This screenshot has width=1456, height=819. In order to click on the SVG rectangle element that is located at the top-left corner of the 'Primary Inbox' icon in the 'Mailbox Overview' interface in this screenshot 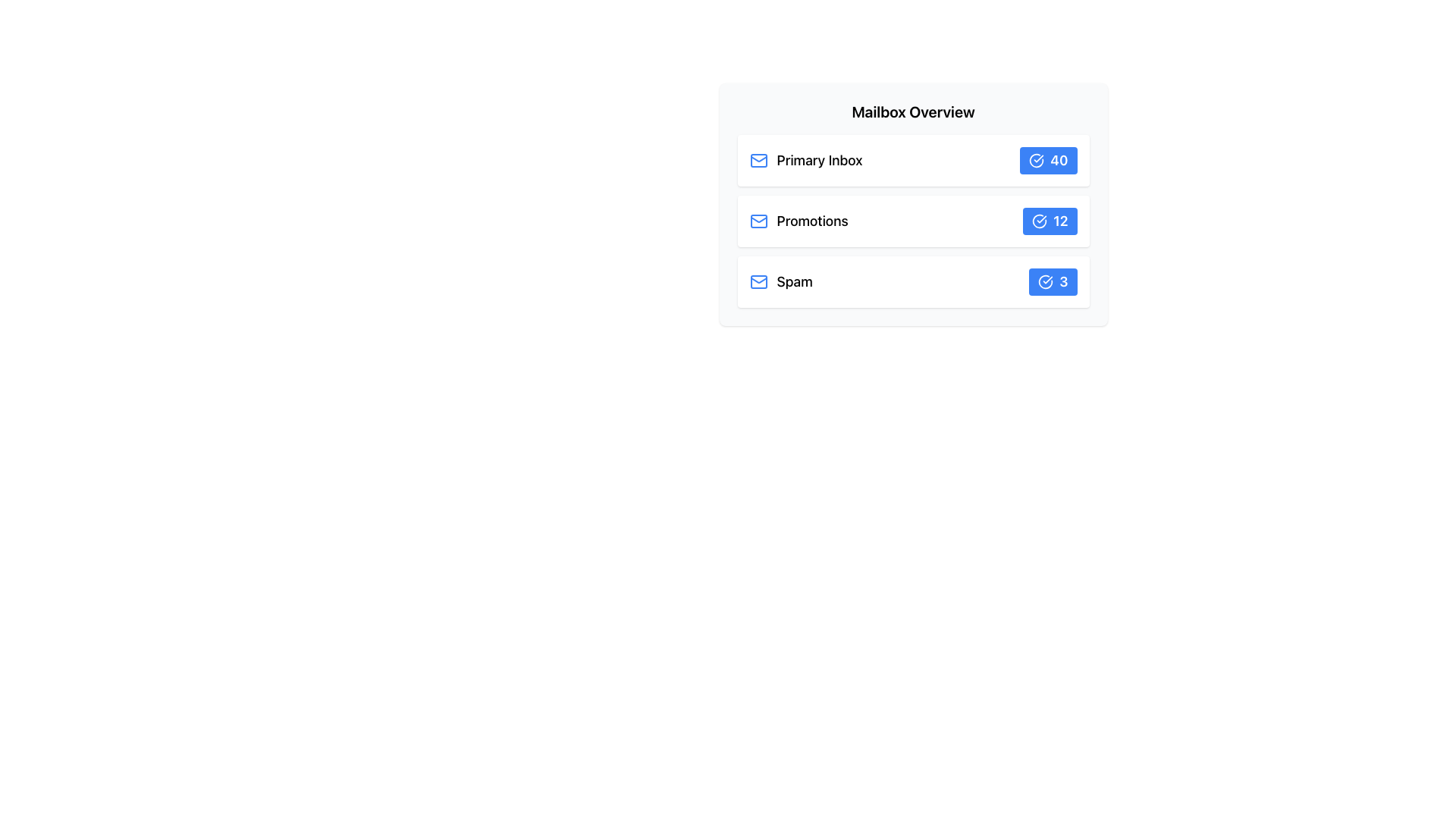, I will do `click(758, 161)`.